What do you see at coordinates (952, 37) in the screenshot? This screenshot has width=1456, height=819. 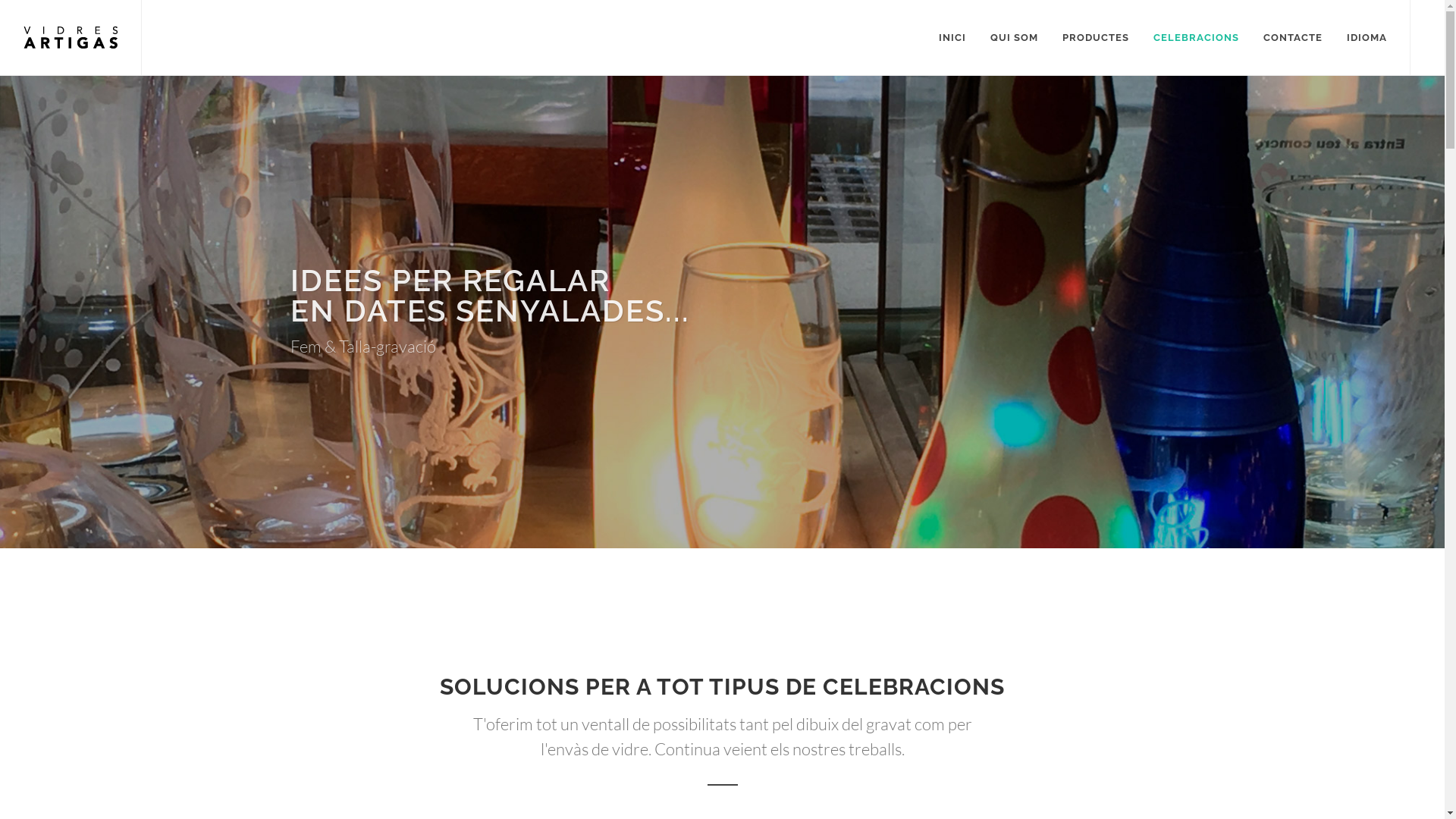 I see `'INICI'` at bounding box center [952, 37].